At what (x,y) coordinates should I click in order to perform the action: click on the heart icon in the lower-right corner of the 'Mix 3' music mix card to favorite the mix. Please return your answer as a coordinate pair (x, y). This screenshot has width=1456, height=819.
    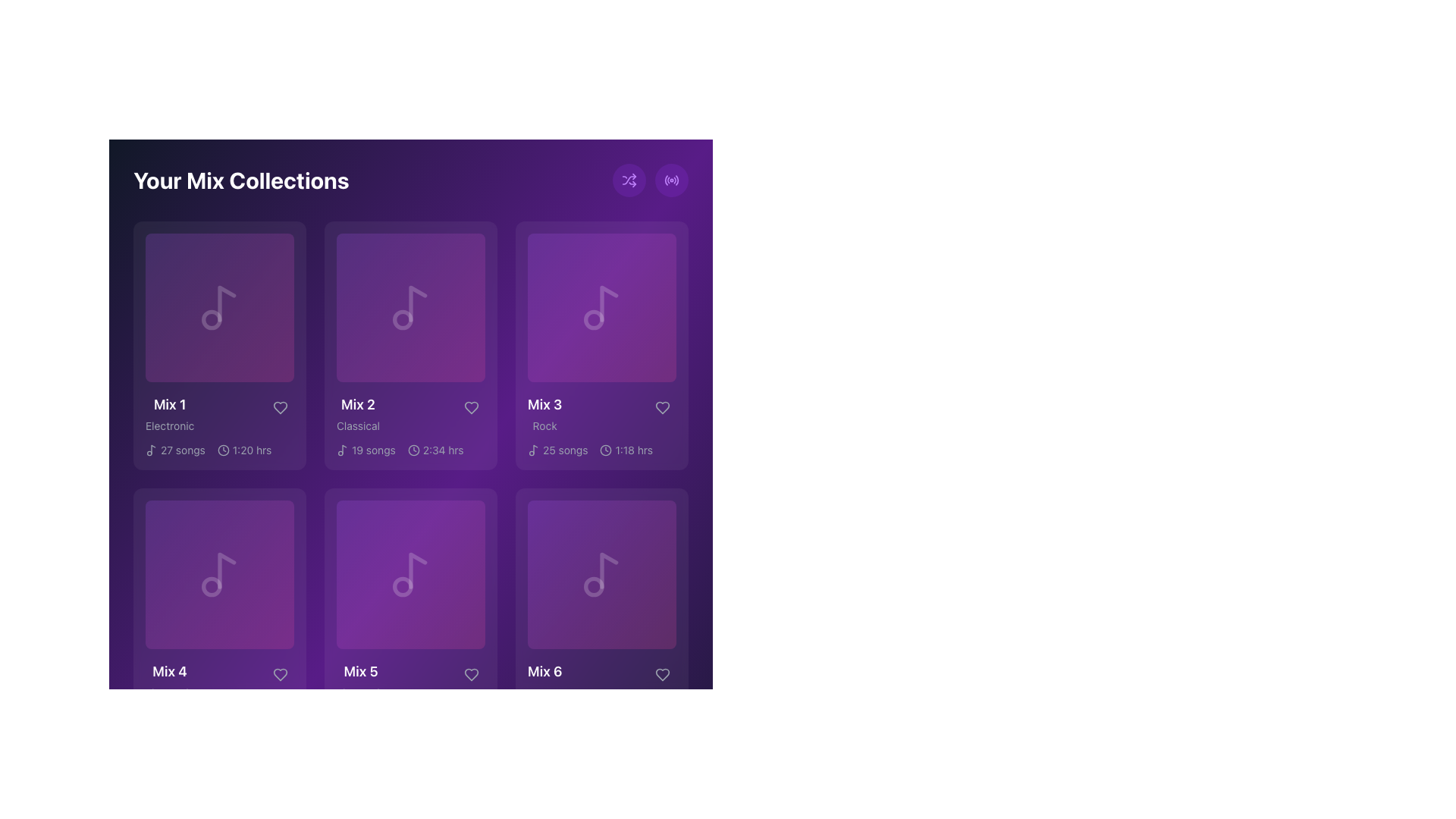
    Looking at the image, I should click on (662, 406).